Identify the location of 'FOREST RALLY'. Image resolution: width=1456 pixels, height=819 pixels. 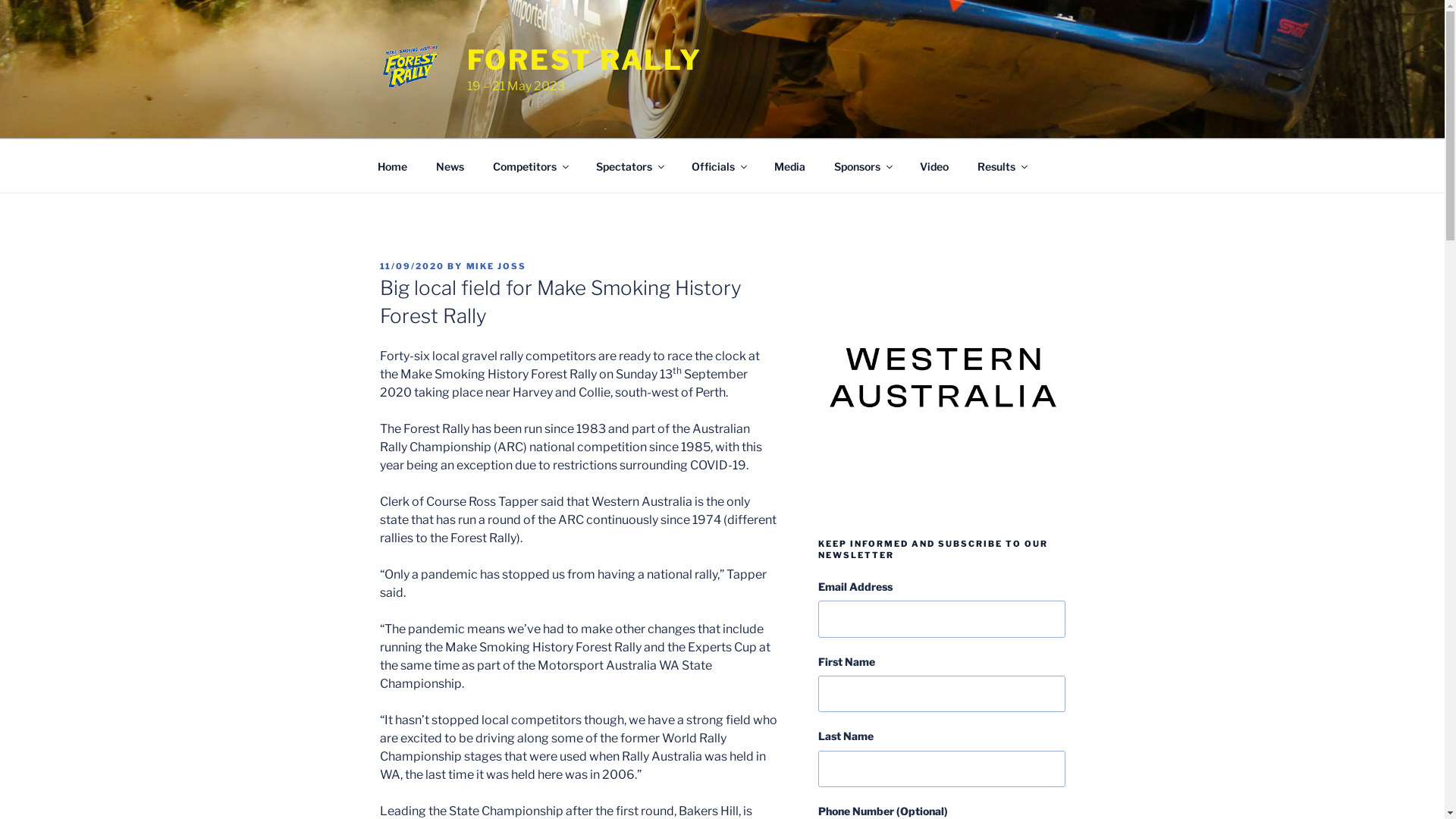
(584, 58).